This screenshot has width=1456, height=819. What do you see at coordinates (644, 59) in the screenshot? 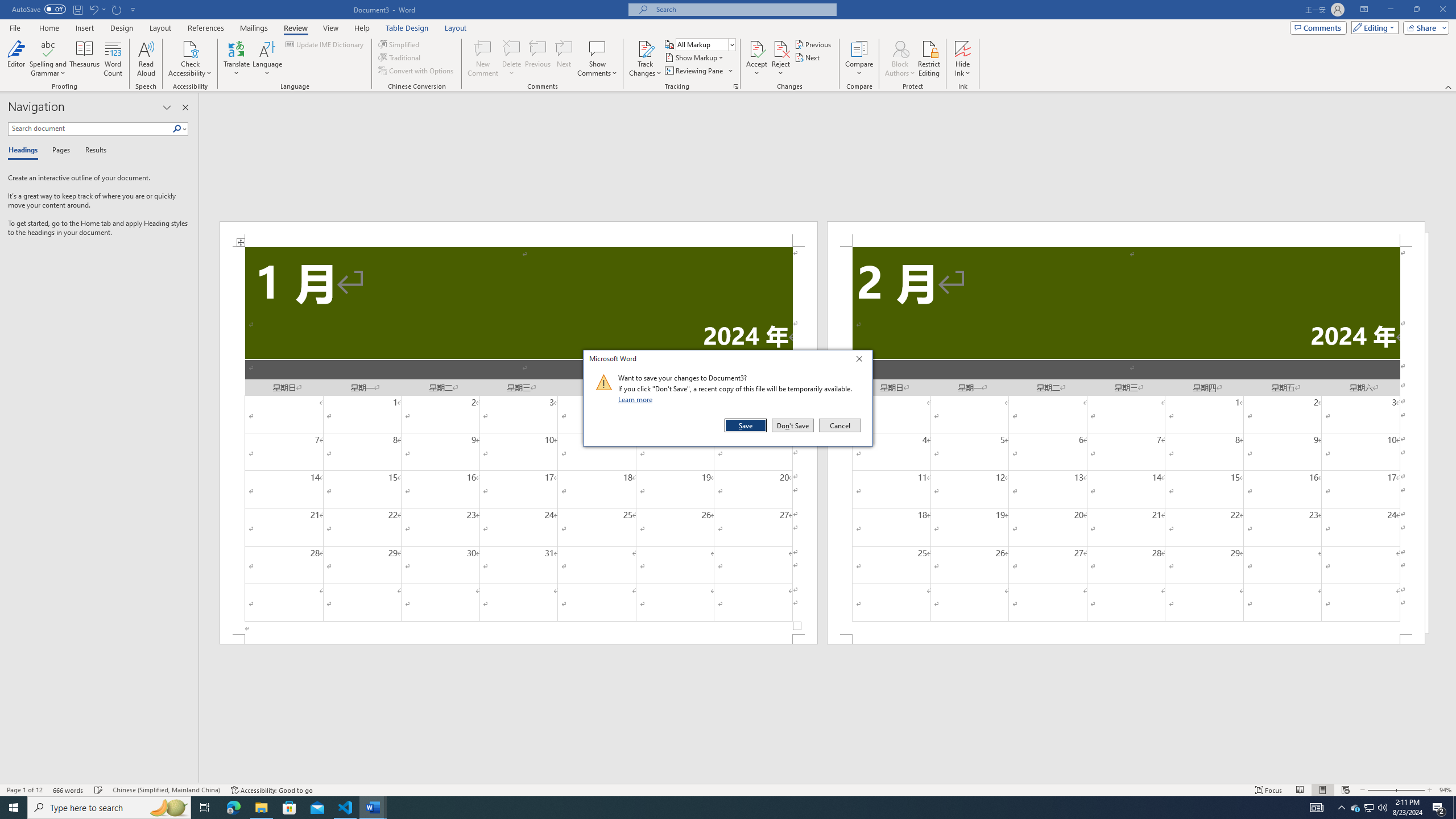
I see `'Track Changes'` at bounding box center [644, 59].